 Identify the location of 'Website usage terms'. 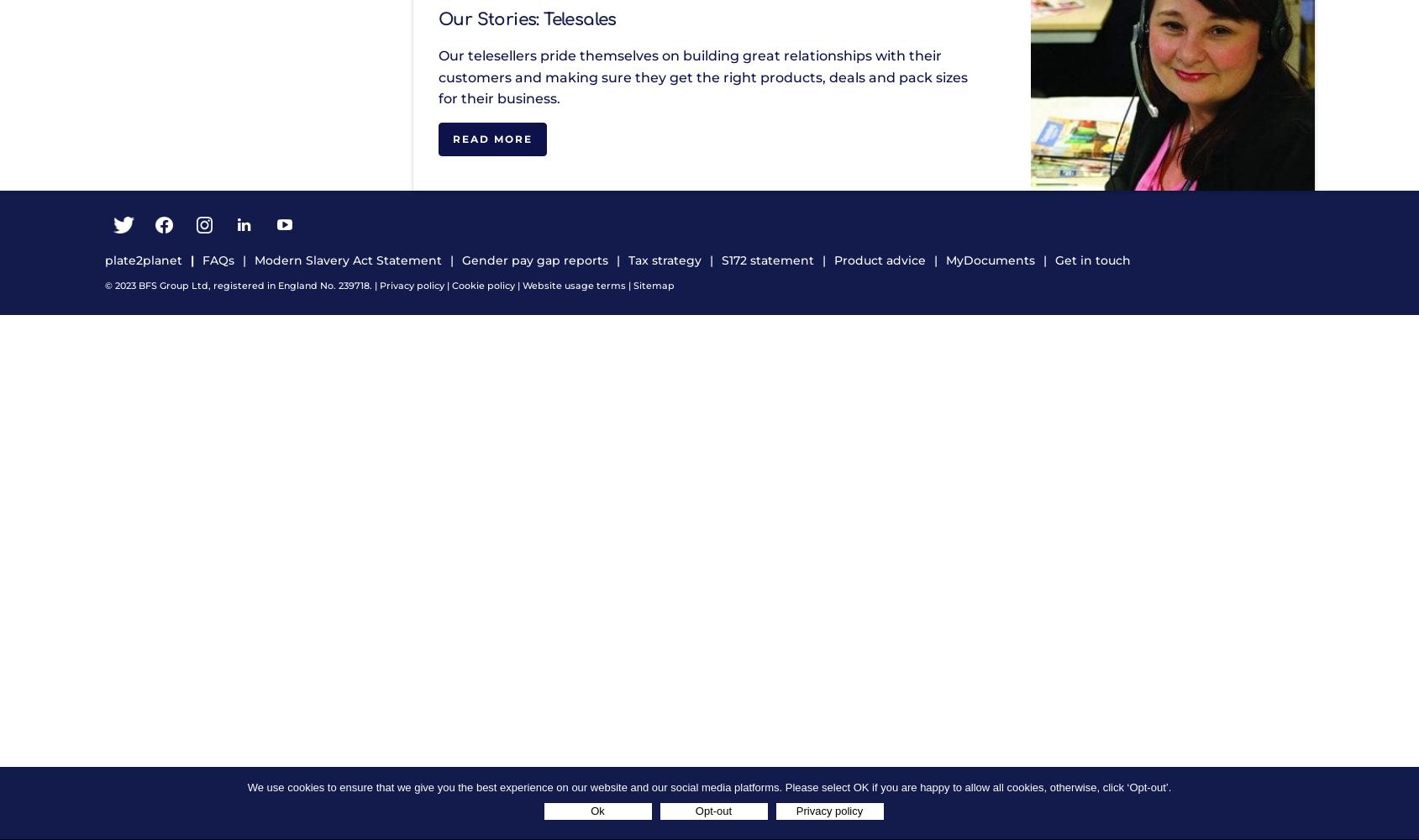
(521, 285).